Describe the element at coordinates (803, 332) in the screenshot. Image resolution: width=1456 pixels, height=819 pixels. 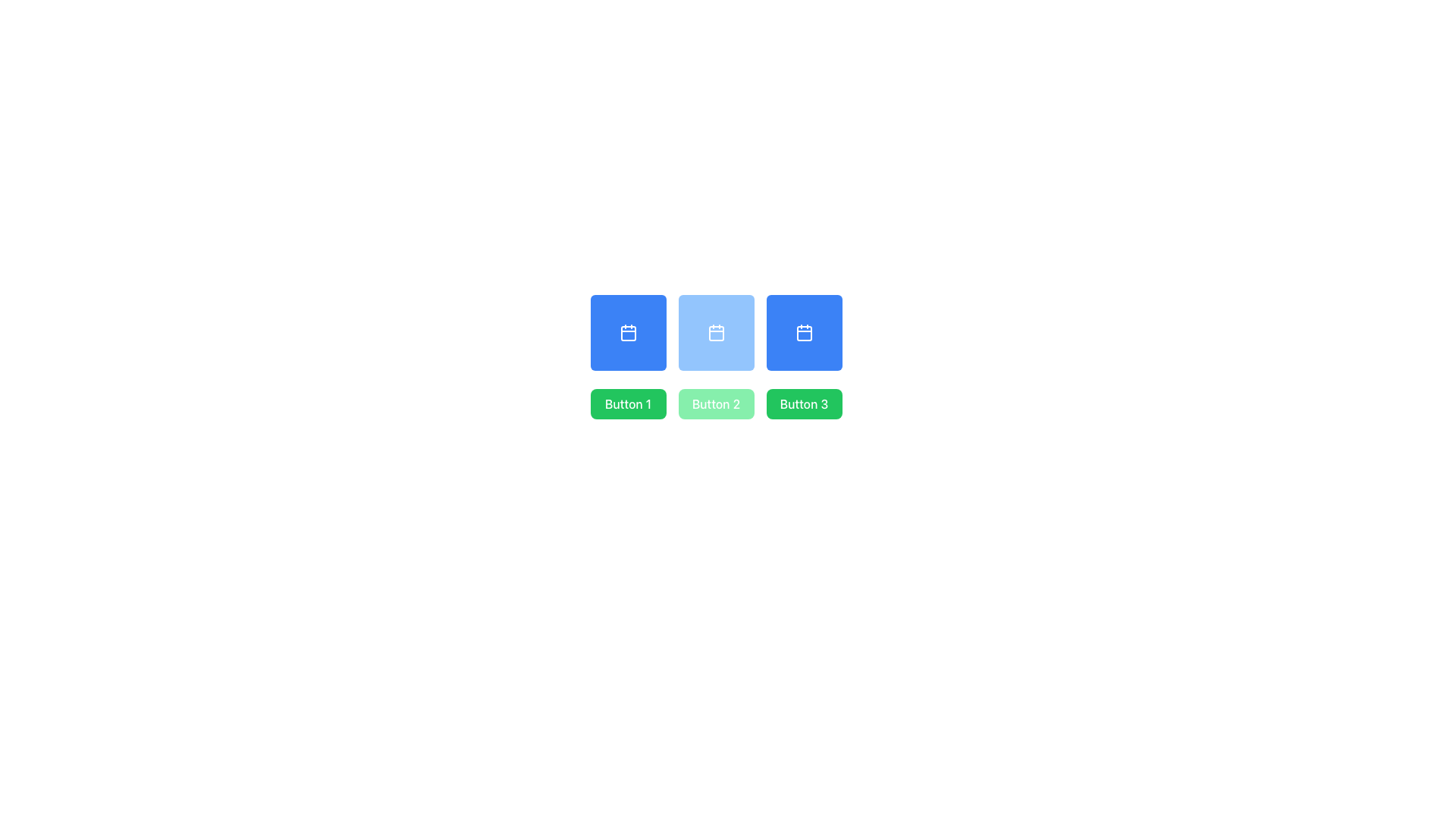
I see `the calendar icon in the blue square button located at the far right of a horizontal group of three buttons` at that location.